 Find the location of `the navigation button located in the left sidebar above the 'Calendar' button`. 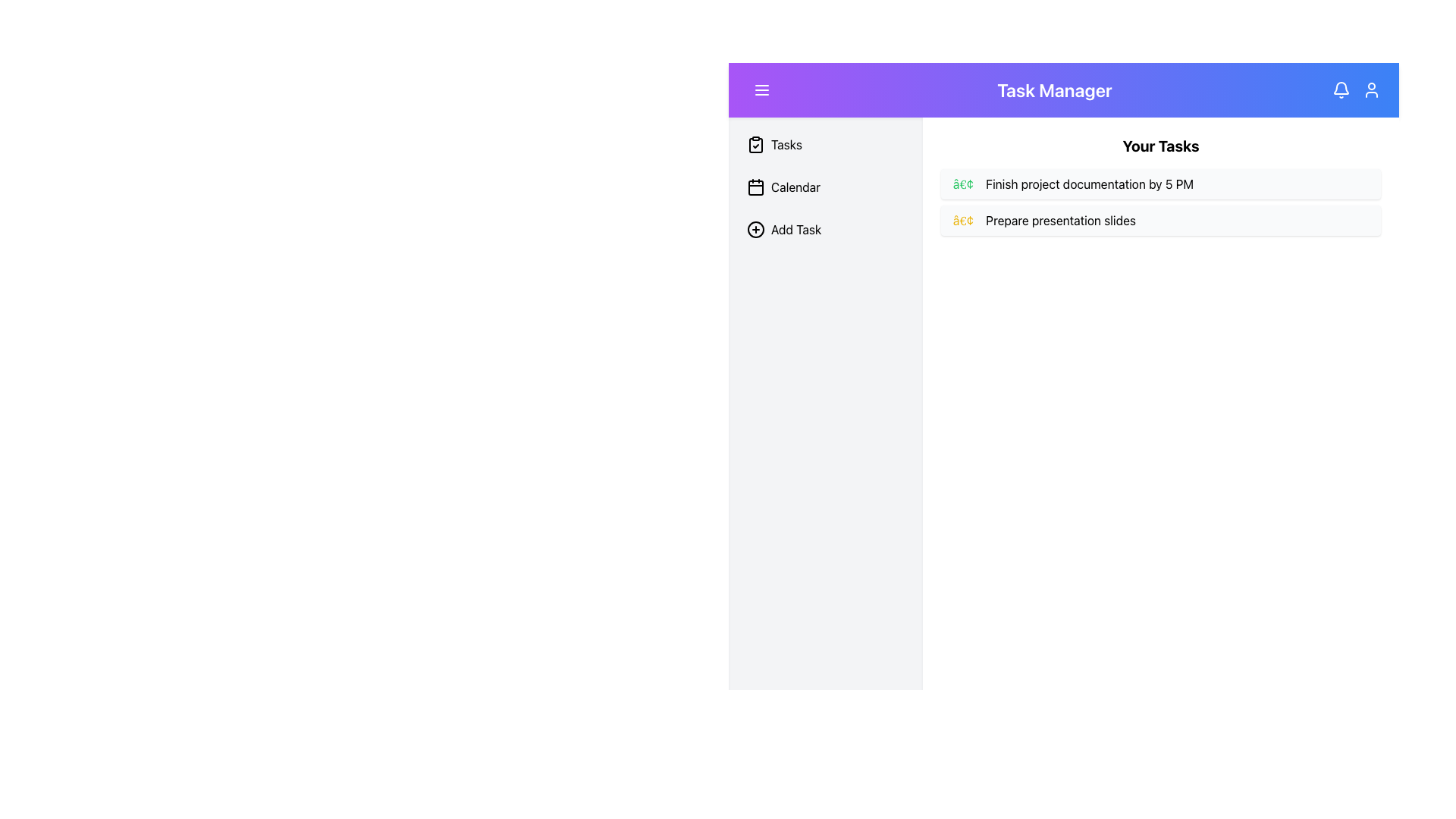

the navigation button located in the left sidebar above the 'Calendar' button is located at coordinates (774, 145).